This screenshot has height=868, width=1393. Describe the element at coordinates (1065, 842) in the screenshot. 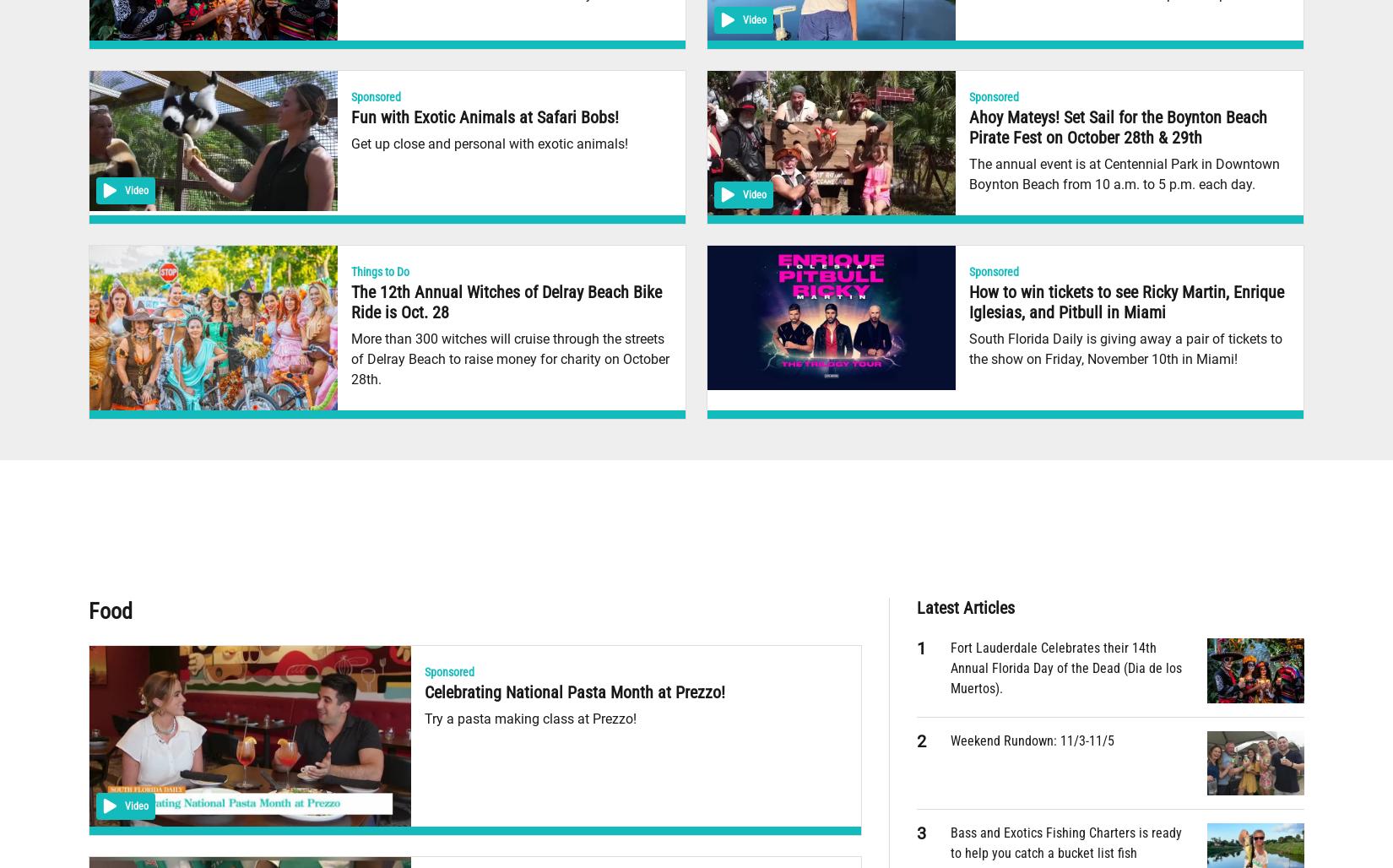

I see `'Bass and Exotics Fishing Charters is ready to help you catch a bucket list fish'` at that location.